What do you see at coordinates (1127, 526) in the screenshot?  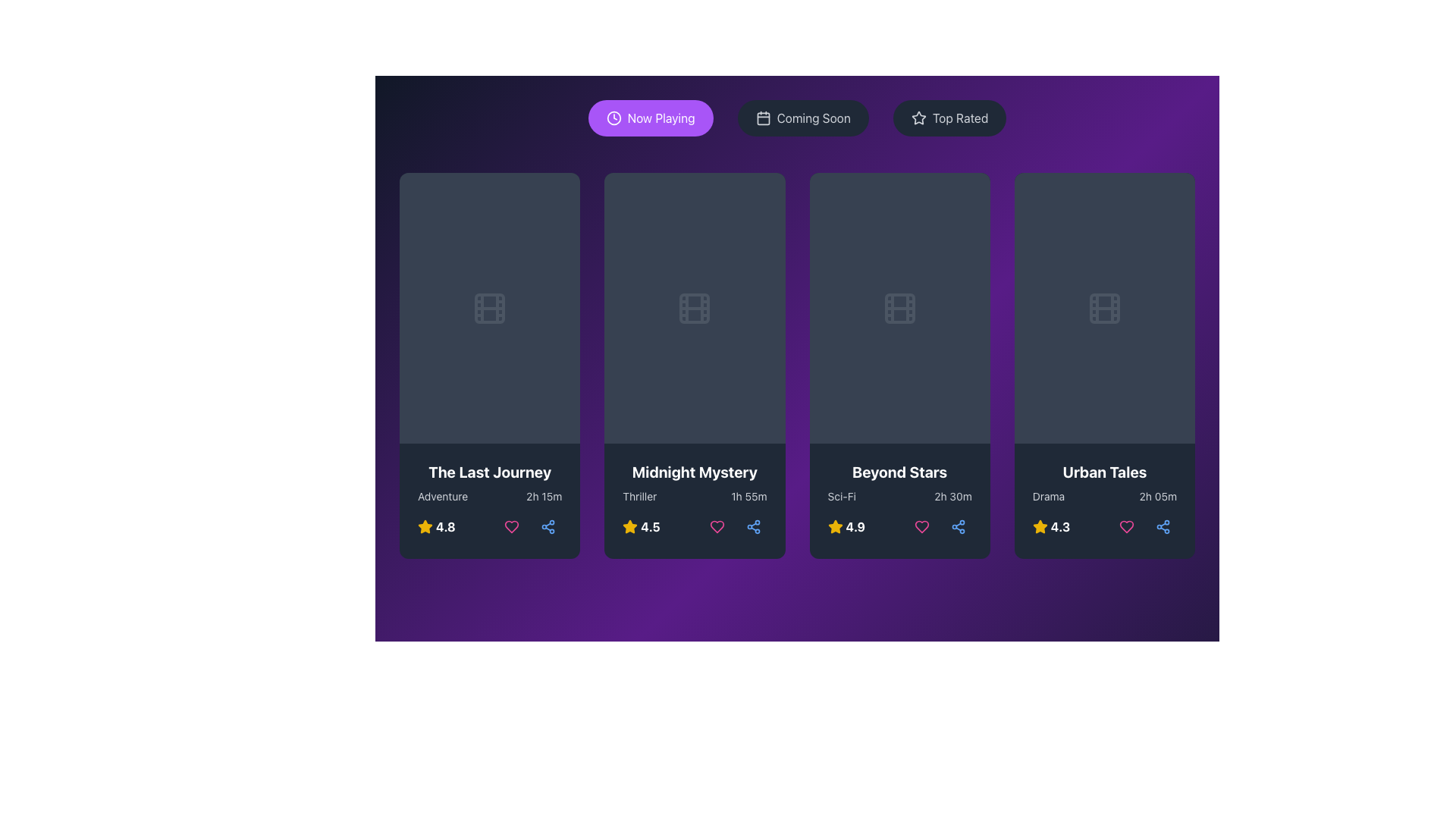 I see `the Heart icon located in the bottom section of the fourth movie card titled 'Urban Tales'` at bounding box center [1127, 526].